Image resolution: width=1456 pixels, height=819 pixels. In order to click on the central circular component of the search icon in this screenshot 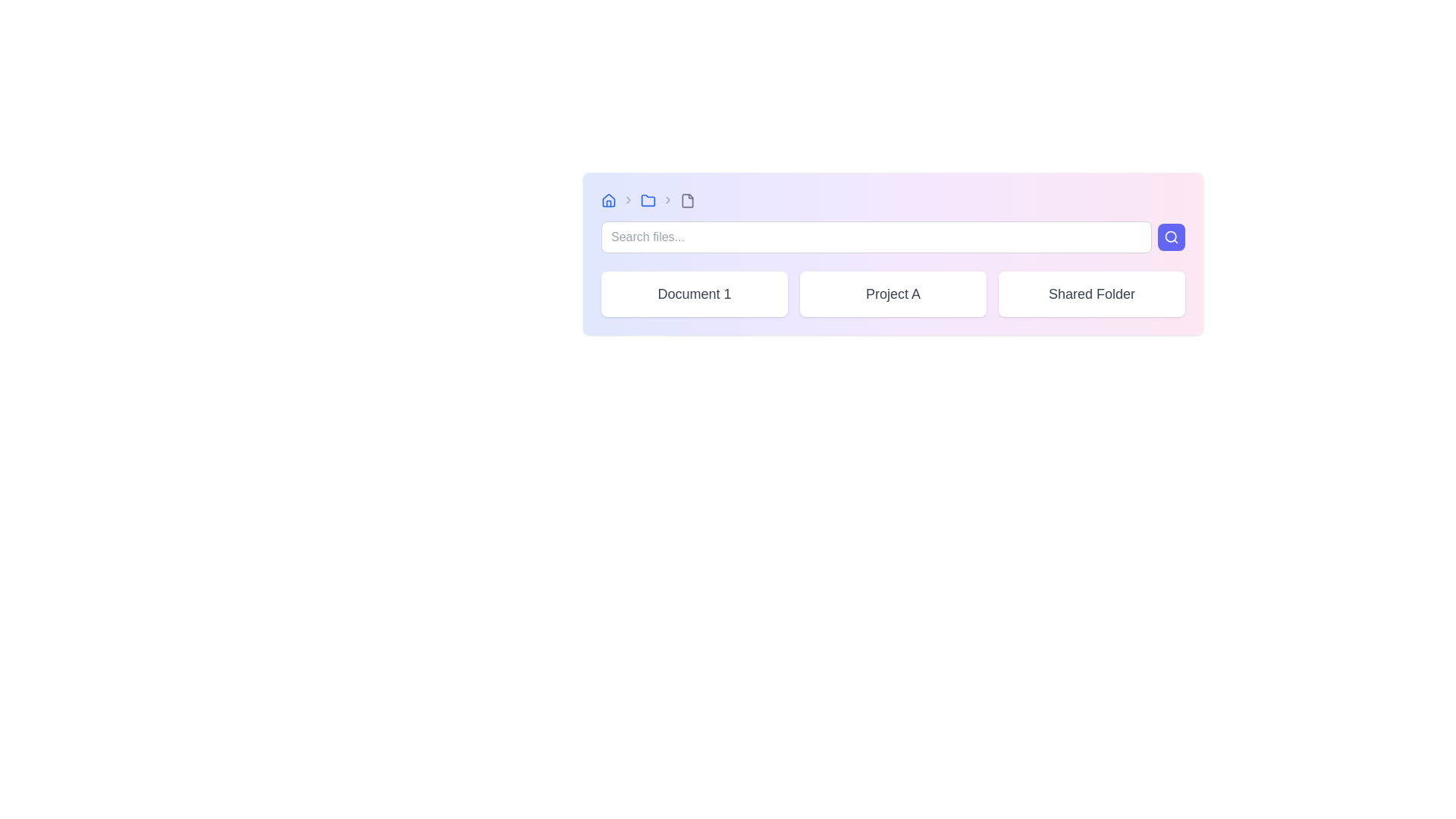, I will do `click(1170, 237)`.